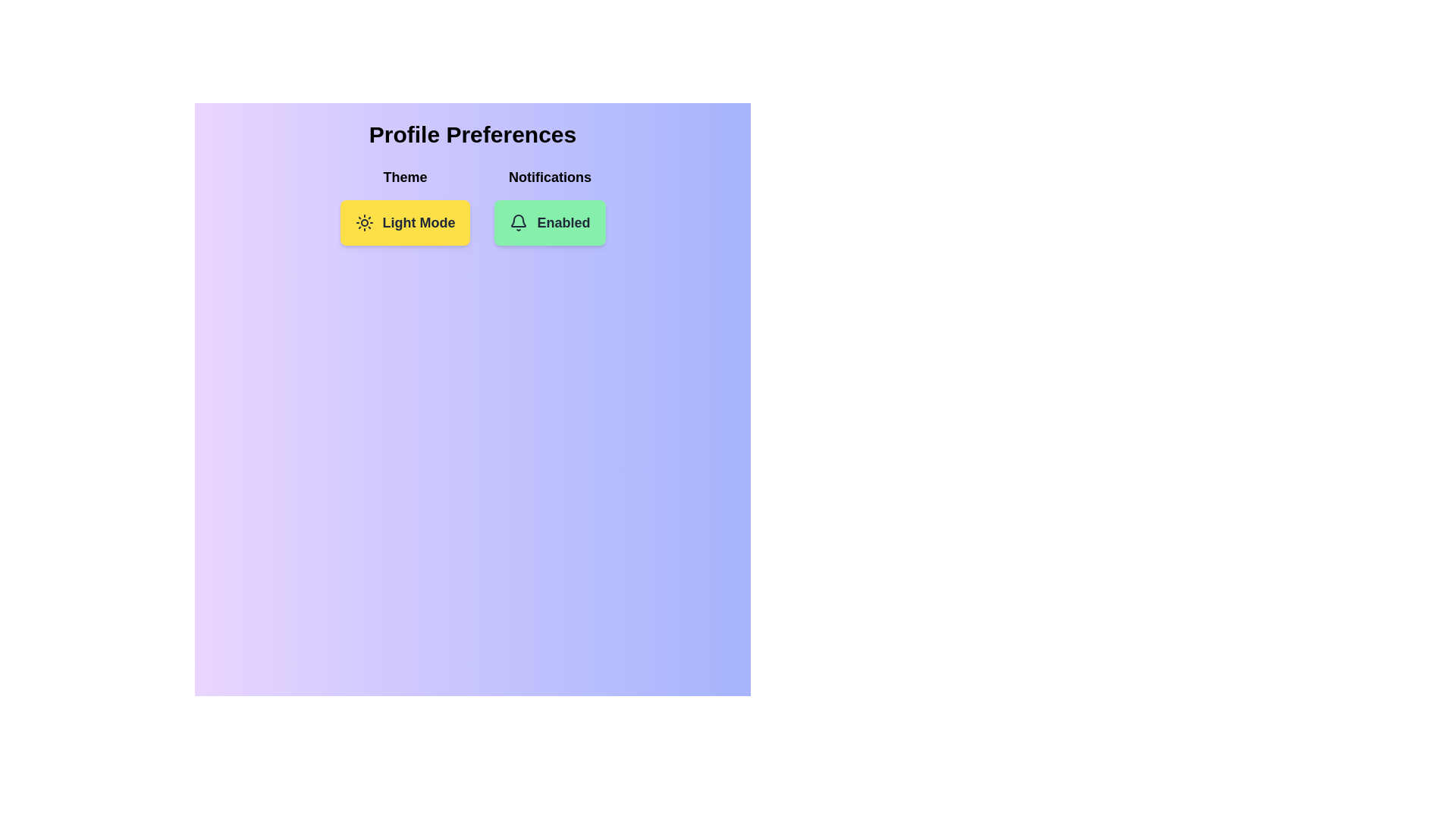 Image resolution: width=1456 pixels, height=819 pixels. I want to click on the Notifications button to toggle its state, so click(549, 222).